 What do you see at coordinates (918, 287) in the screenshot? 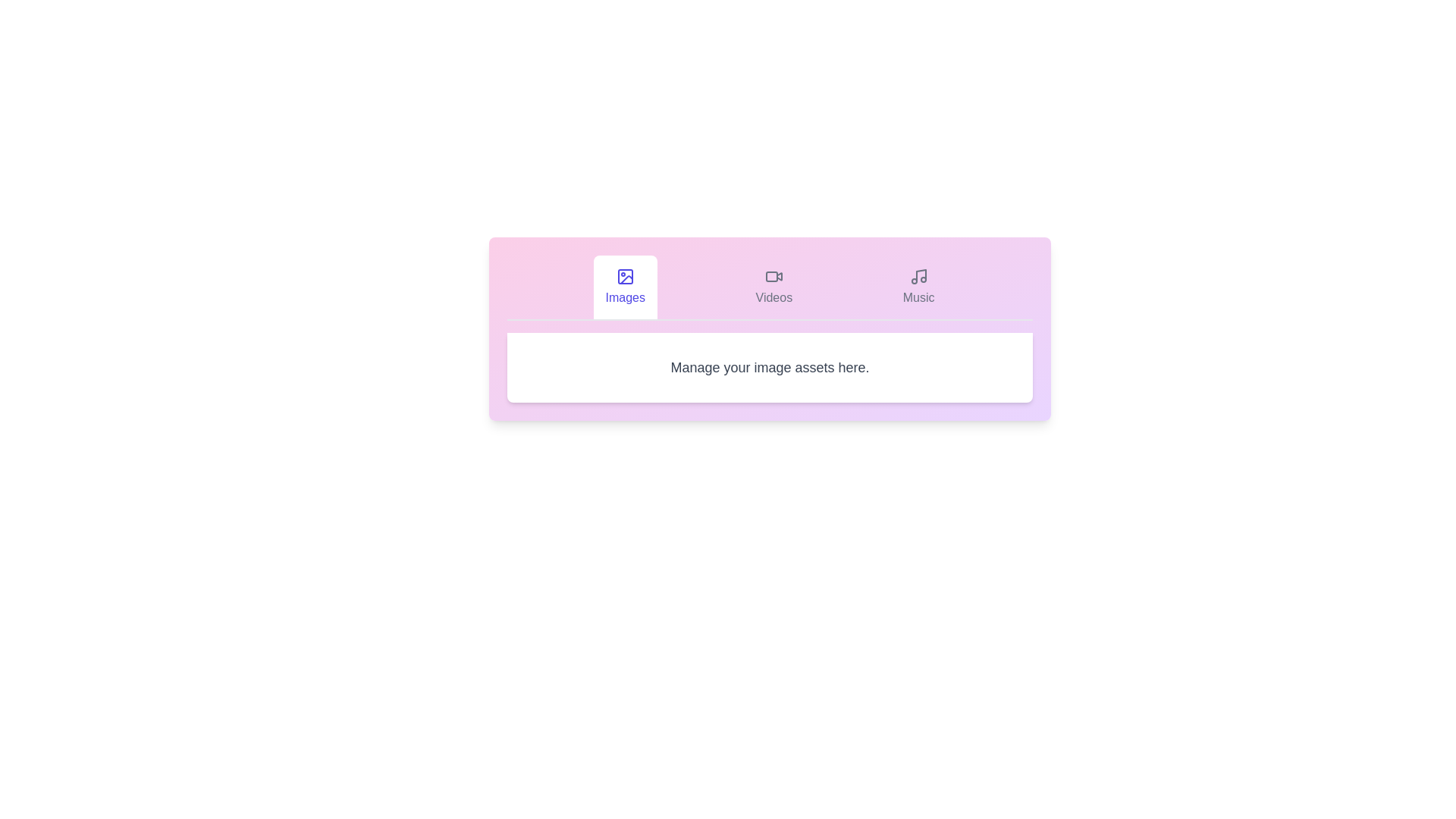
I see `the tab labeled Music to view its tooltip` at bounding box center [918, 287].